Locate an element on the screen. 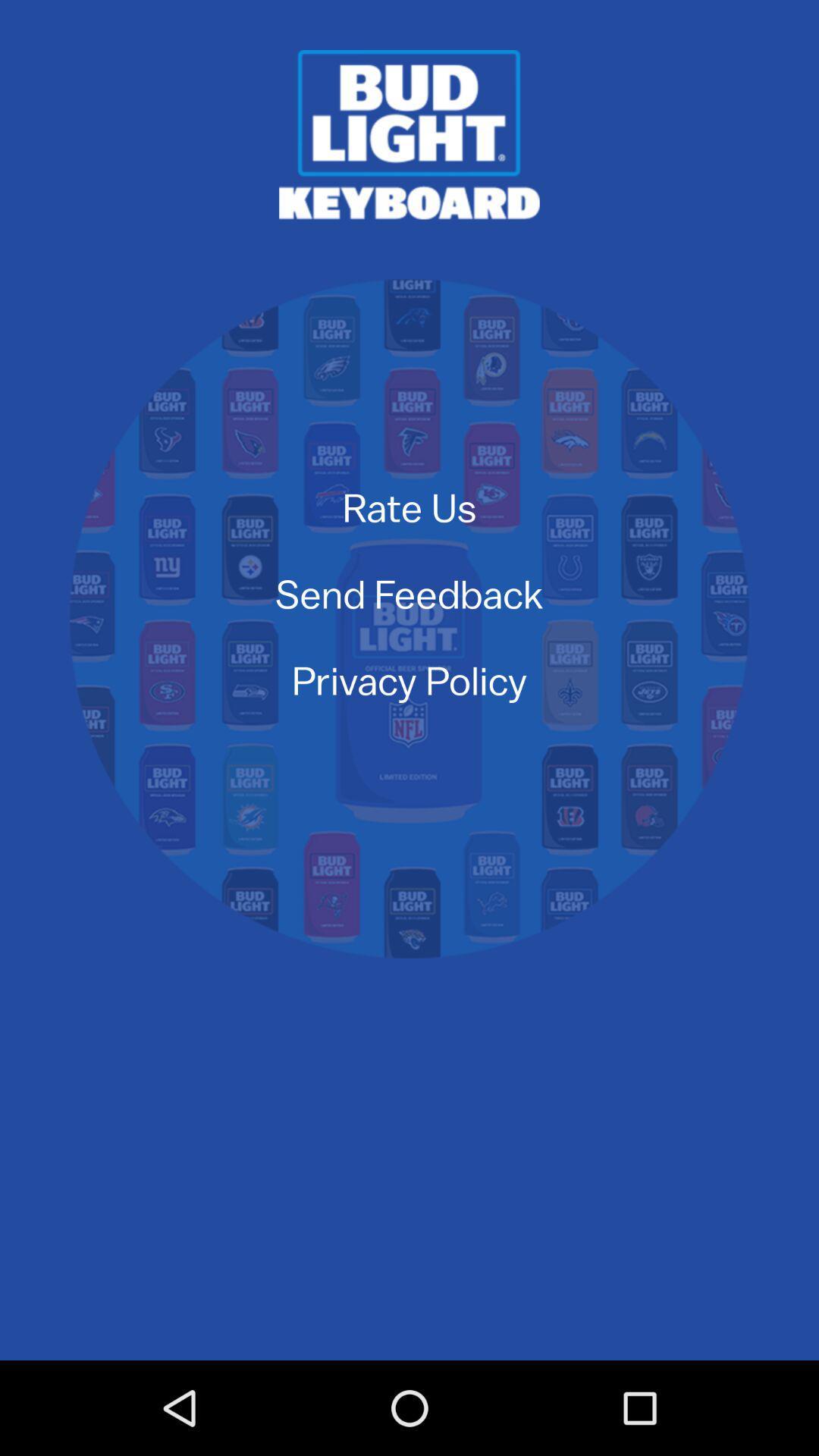 This screenshot has height=1456, width=819. send feedback item is located at coordinates (409, 592).